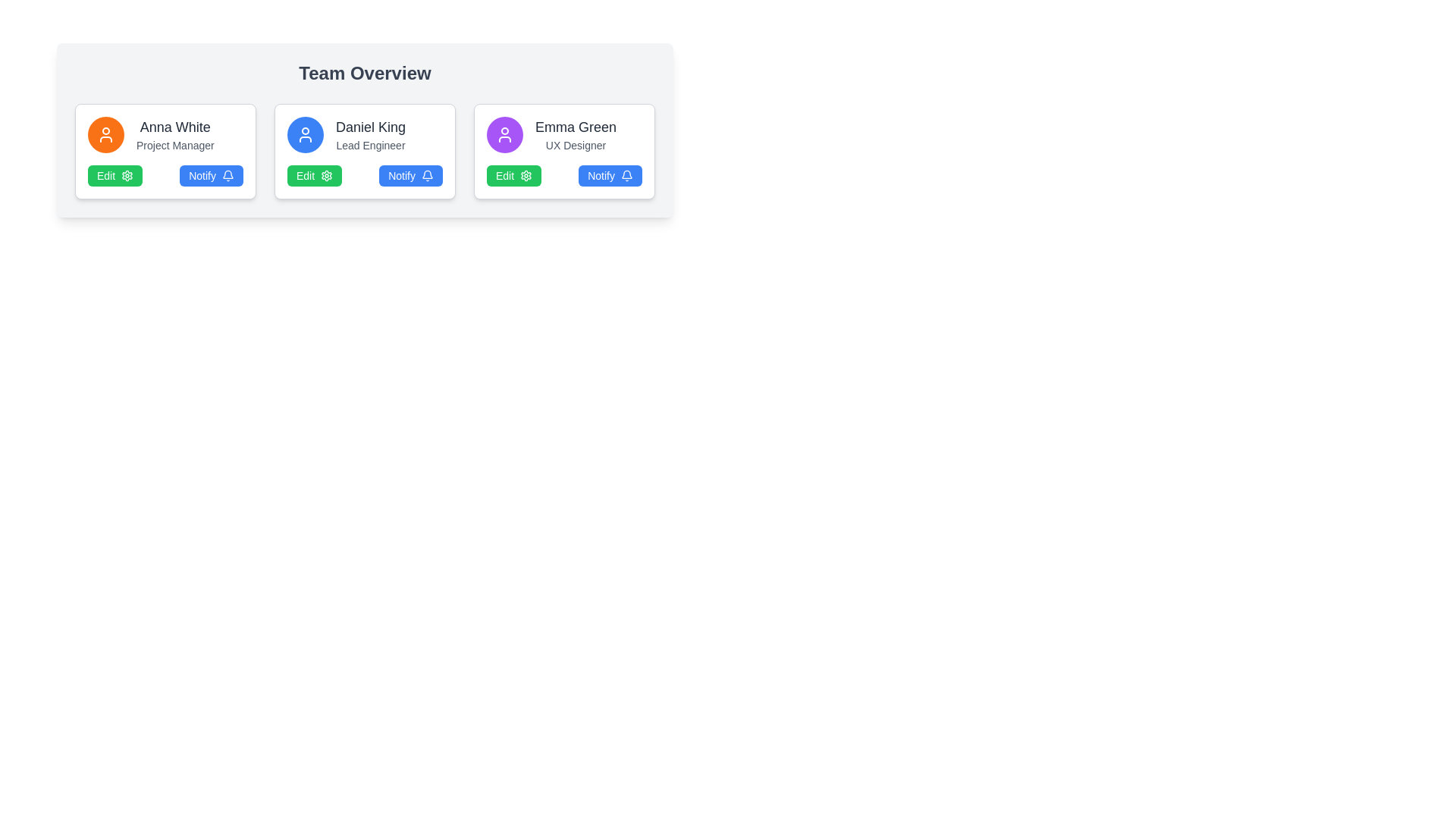 The width and height of the screenshot is (1456, 819). I want to click on the interactive button collection for 'Emma Green', so click(563, 174).